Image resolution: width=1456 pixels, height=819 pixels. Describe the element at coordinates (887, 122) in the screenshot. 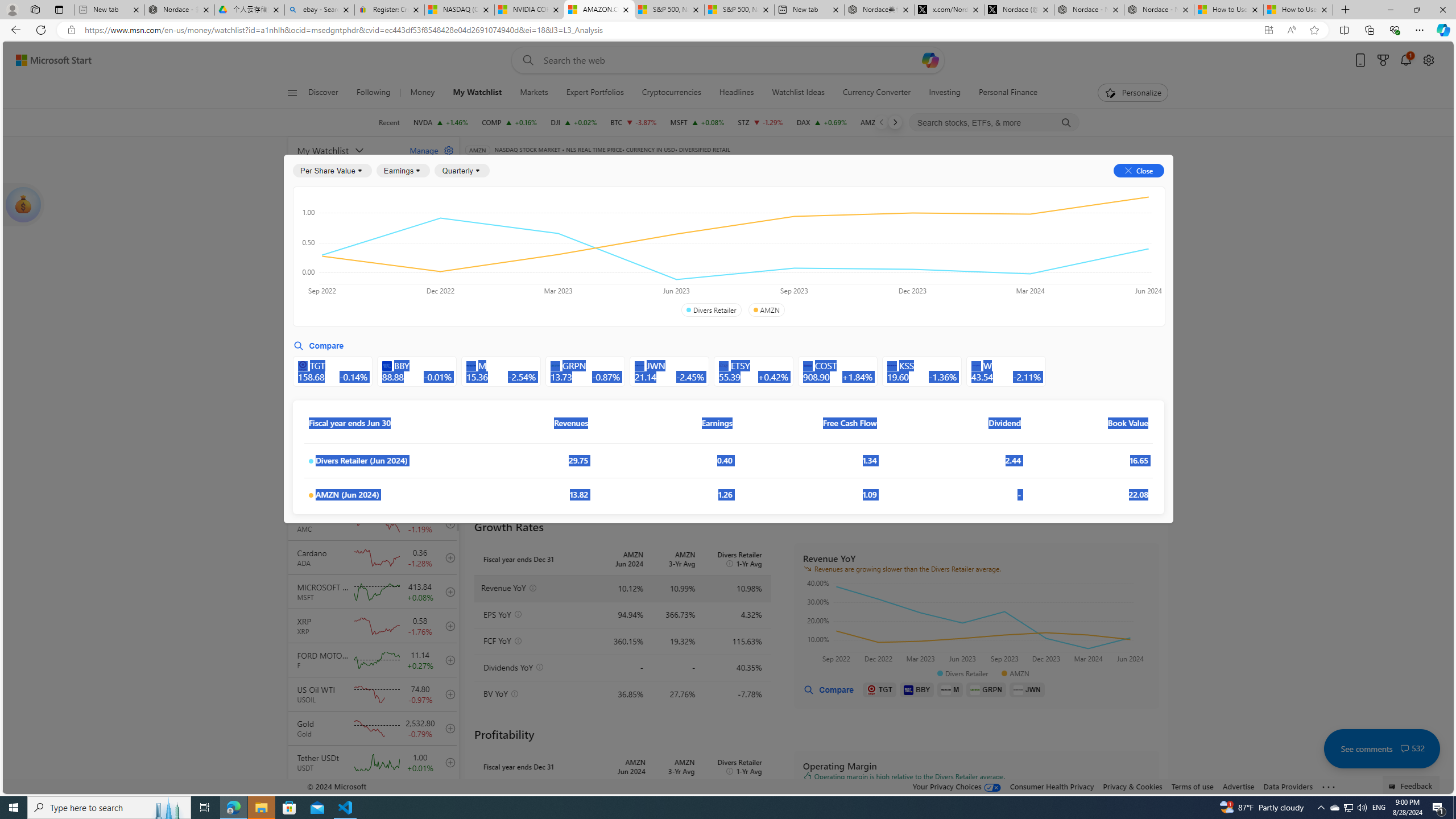

I see `'AMZN AMAZON.COM, INC. decrease 173.12 -2.38 -1.36%'` at that location.